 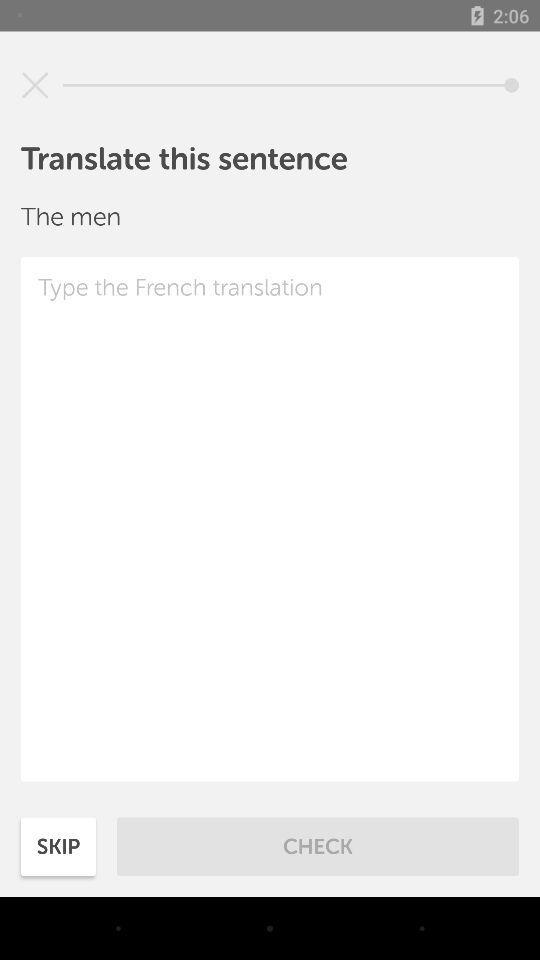 I want to click on skip icon, so click(x=58, y=845).